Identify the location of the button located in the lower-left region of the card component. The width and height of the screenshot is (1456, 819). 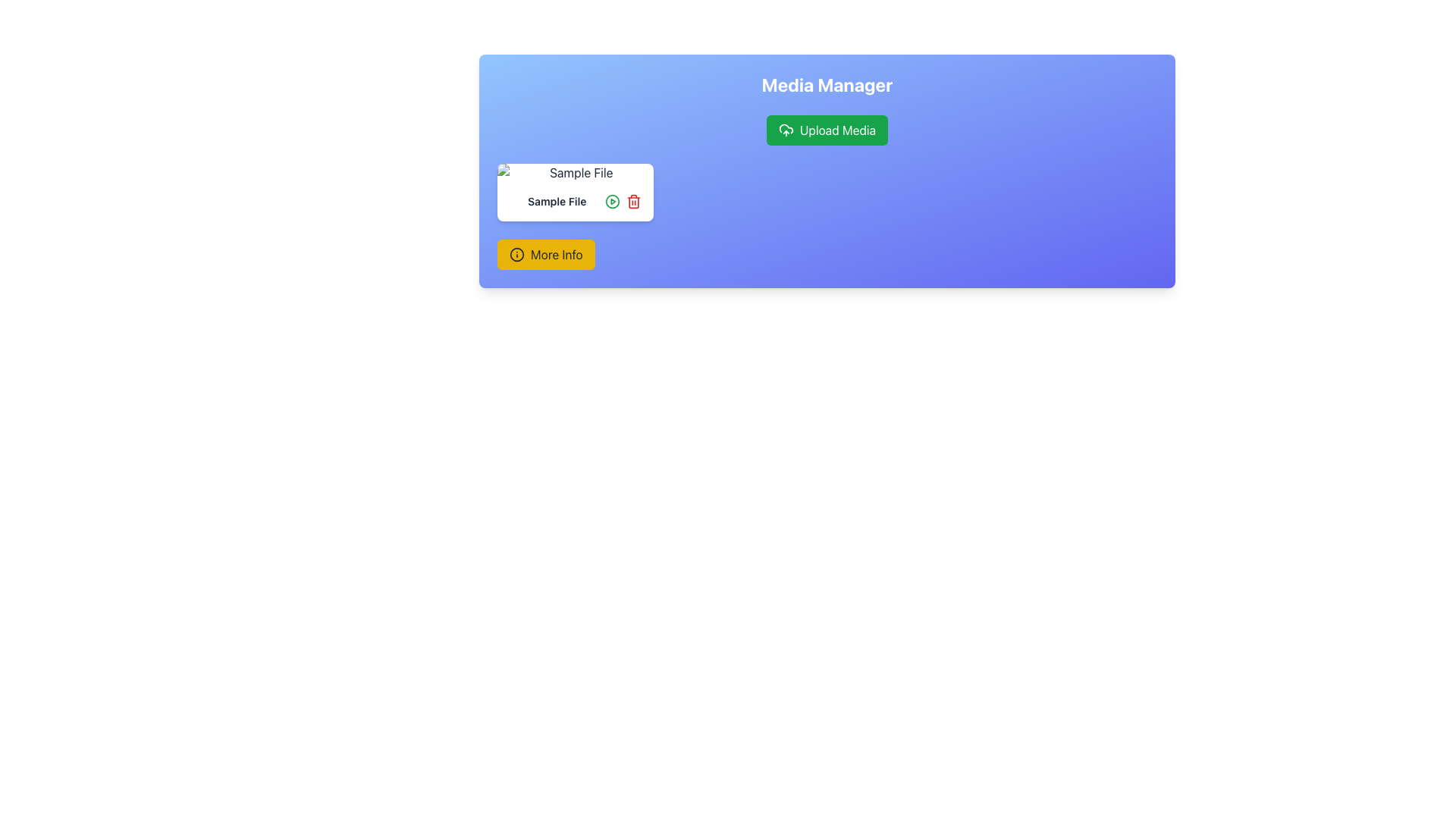
(546, 253).